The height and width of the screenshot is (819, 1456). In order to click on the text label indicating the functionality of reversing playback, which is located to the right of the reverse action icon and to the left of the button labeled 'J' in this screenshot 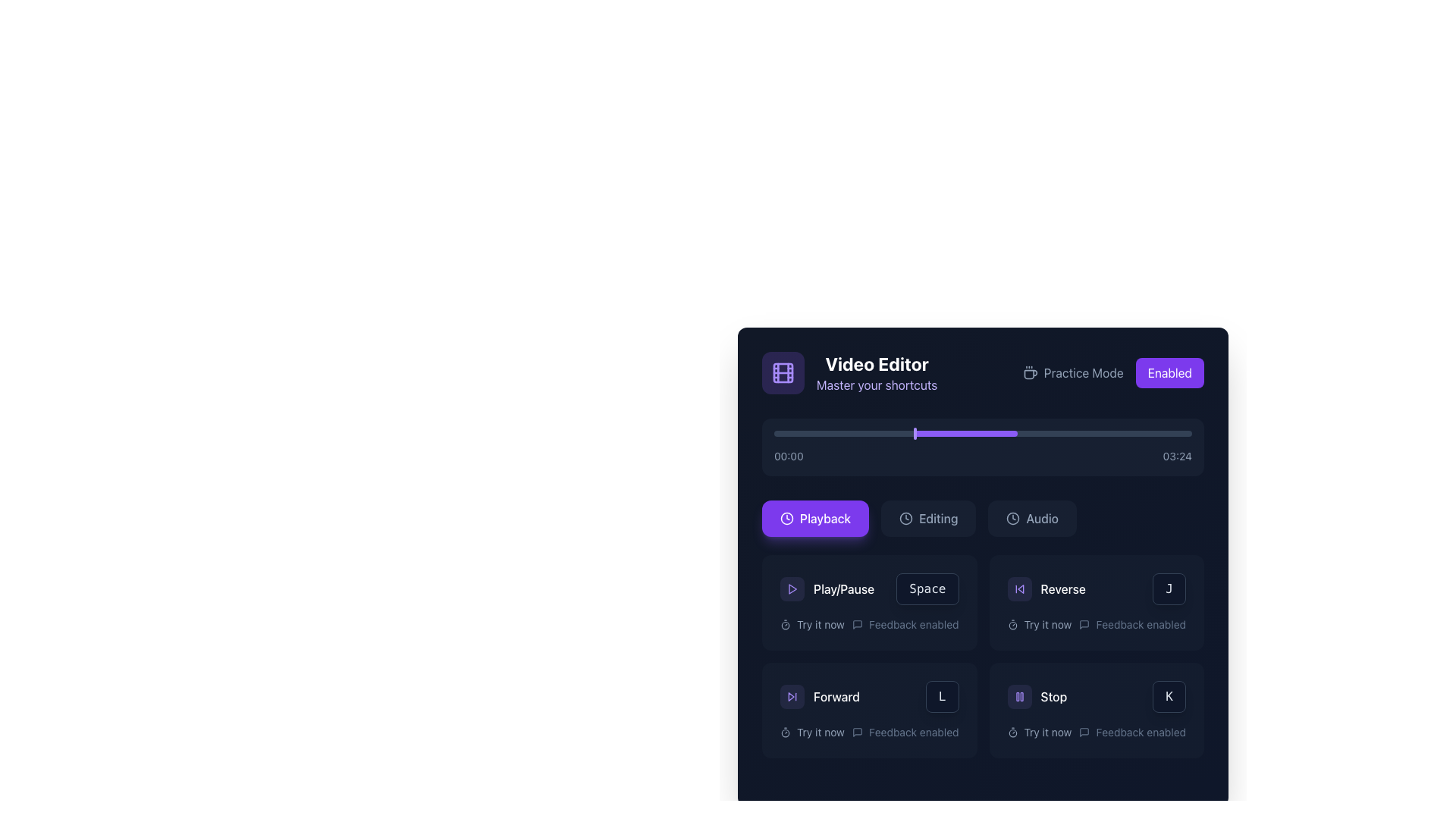, I will do `click(1062, 588)`.